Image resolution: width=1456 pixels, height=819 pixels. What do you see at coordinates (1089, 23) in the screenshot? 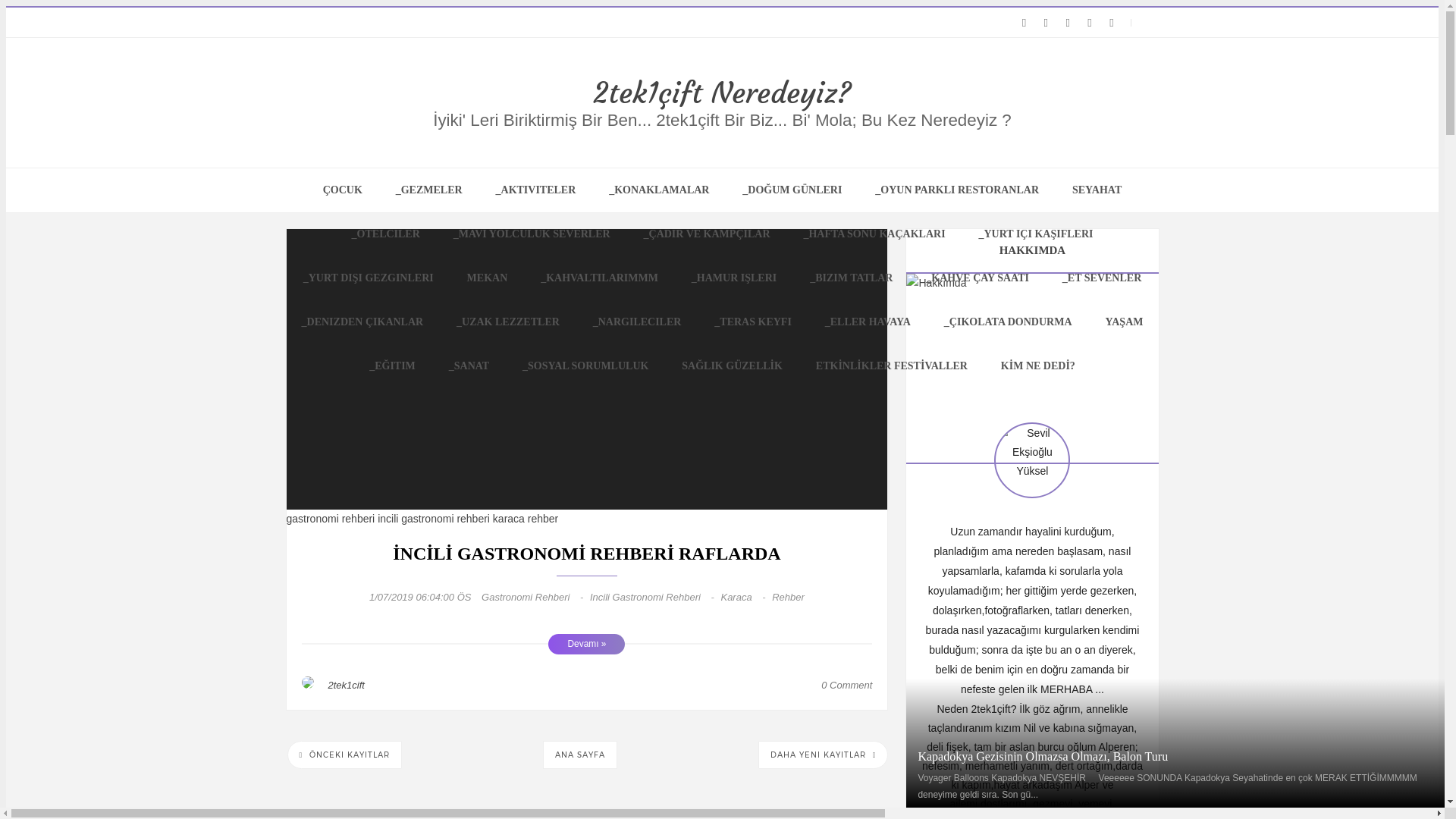
I see `'facebook sayfa '` at bounding box center [1089, 23].